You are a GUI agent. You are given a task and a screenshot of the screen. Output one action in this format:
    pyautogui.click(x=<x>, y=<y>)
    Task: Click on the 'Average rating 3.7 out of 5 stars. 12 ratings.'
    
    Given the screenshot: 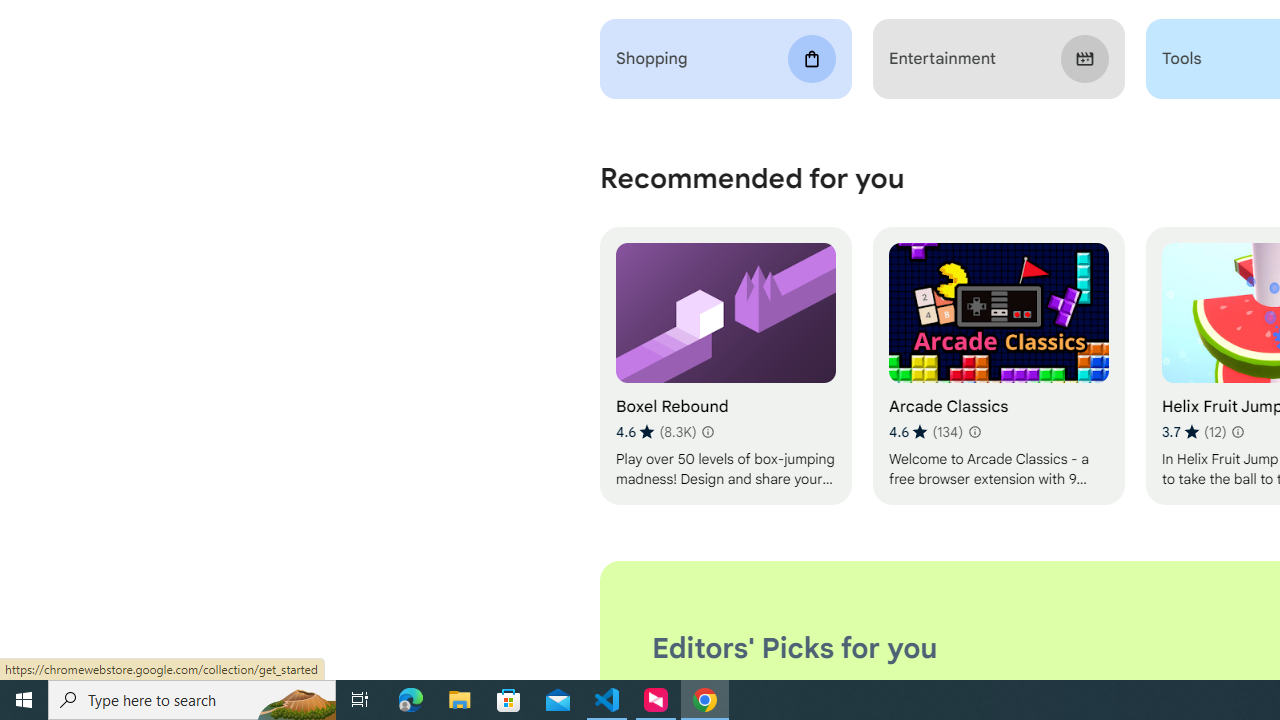 What is the action you would take?
    pyautogui.click(x=1194, y=431)
    